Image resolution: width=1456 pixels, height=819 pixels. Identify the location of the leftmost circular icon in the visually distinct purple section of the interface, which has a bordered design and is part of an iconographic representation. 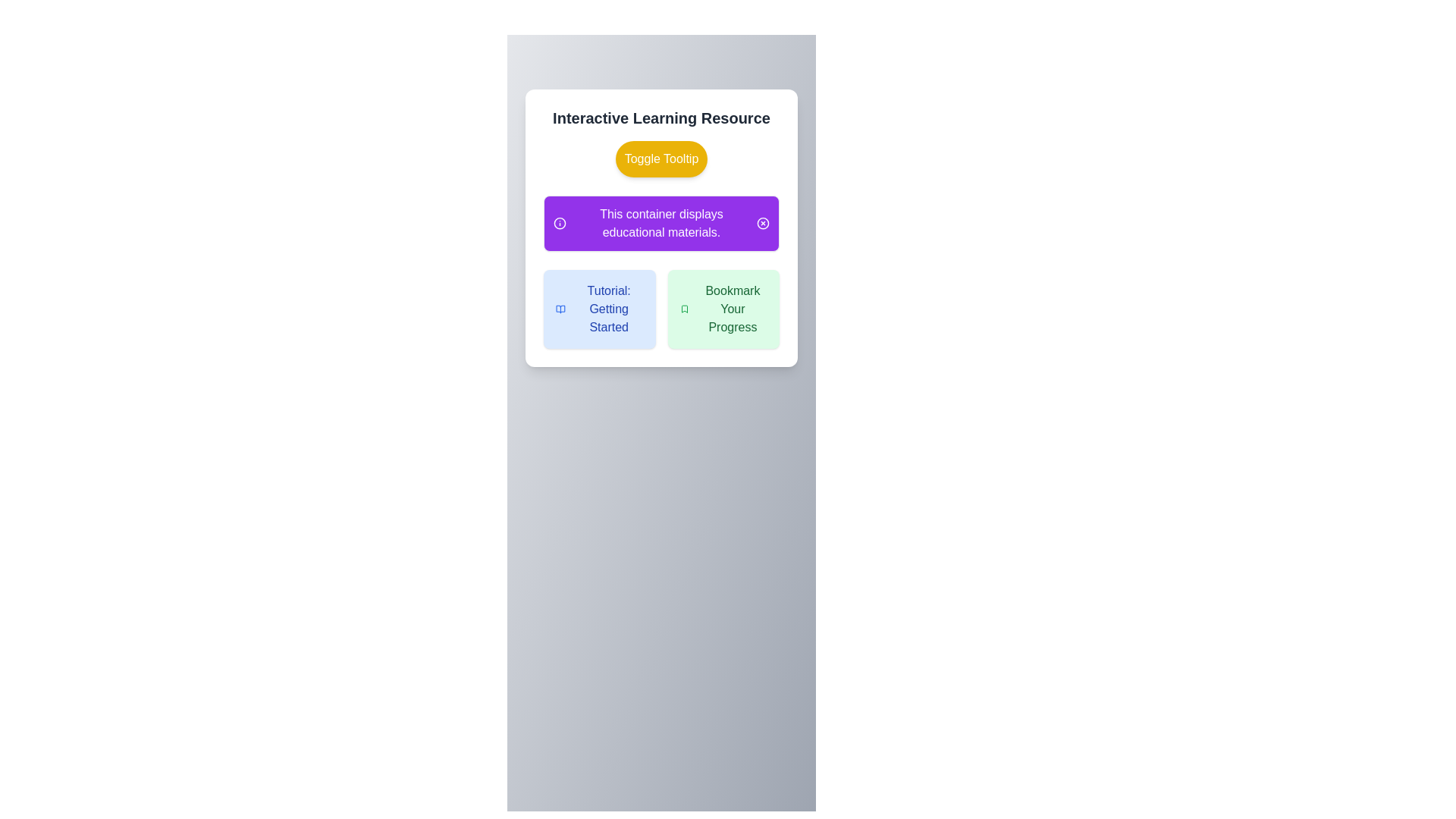
(763, 223).